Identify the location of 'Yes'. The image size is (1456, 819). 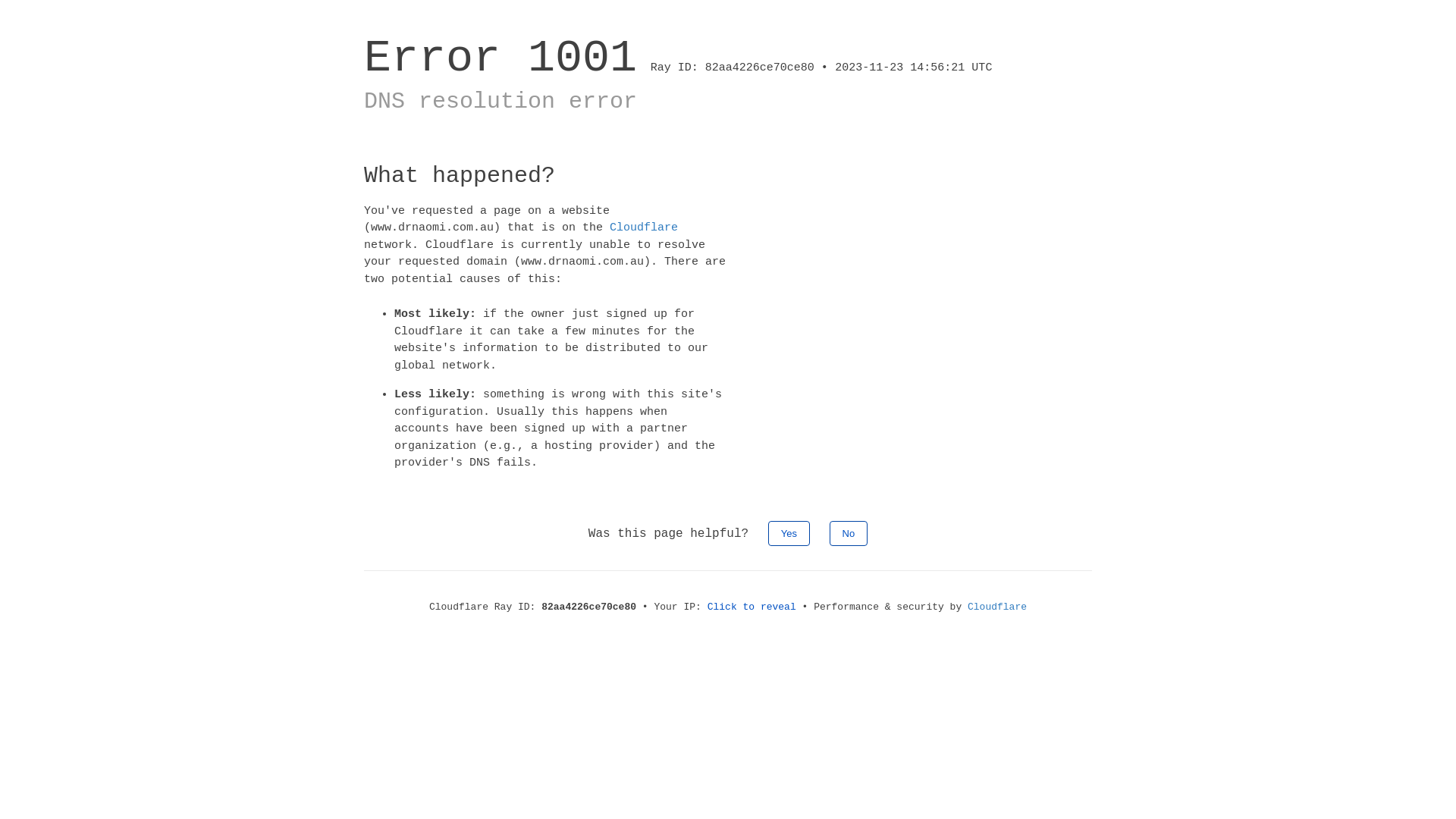
(789, 532).